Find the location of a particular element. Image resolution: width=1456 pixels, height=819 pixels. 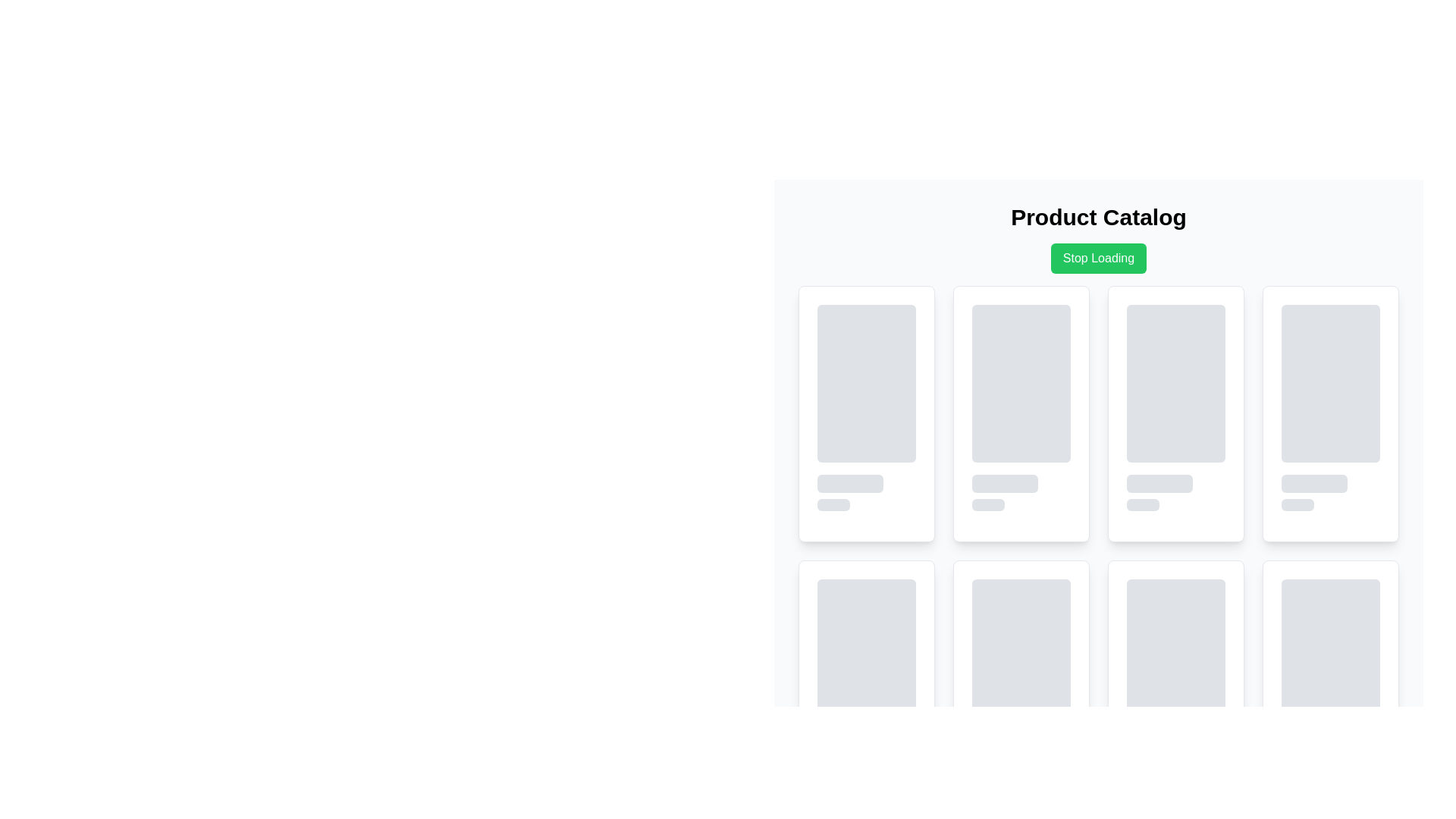

the Placeholder component within the first card in the first row of the grid layout, which is designed to represent content yet to be loaded is located at coordinates (866, 406).